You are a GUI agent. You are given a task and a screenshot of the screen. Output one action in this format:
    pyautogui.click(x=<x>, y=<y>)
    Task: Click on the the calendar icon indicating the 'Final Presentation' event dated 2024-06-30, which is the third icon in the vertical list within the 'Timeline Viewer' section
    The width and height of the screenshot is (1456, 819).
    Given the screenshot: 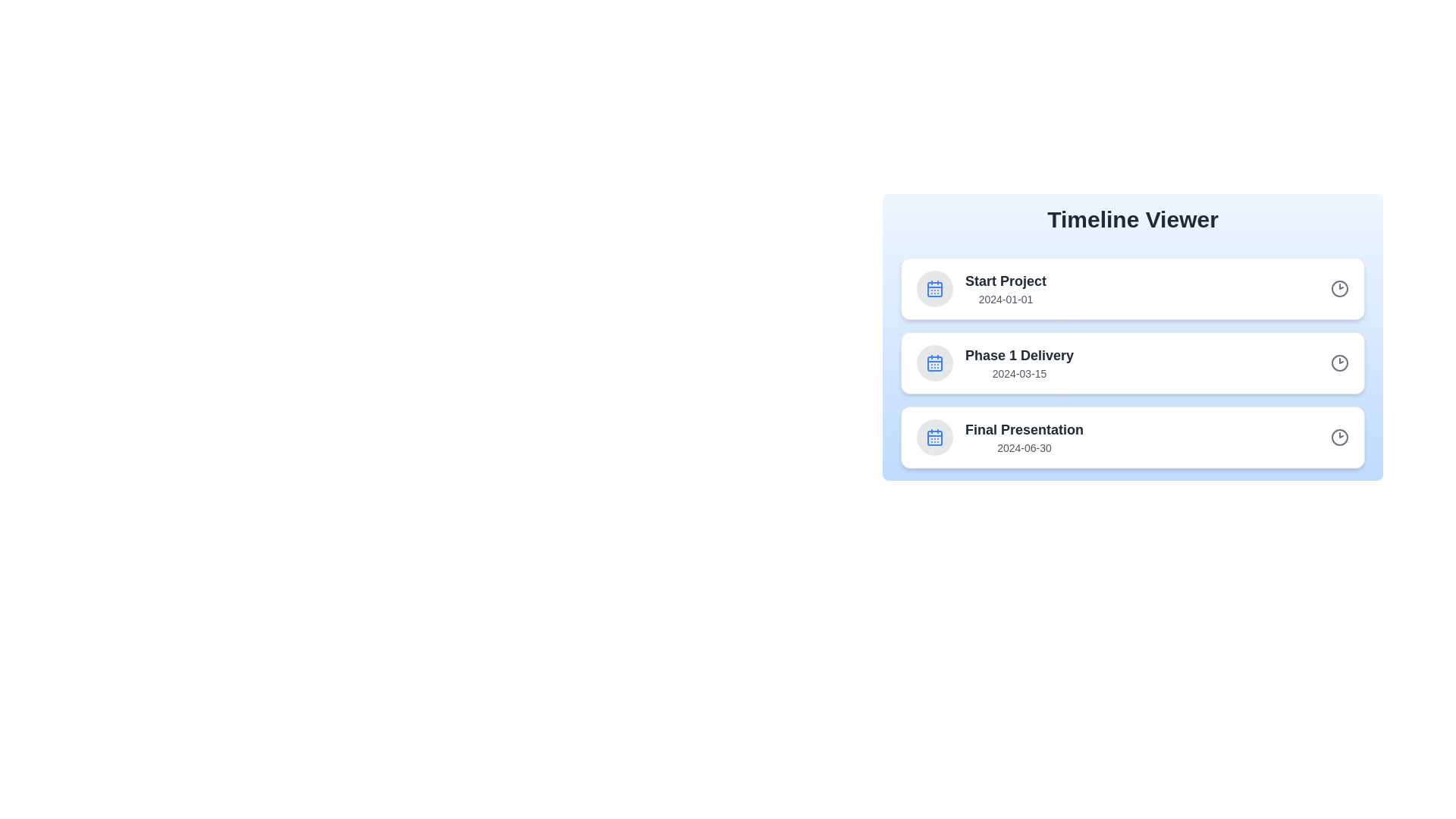 What is the action you would take?
    pyautogui.click(x=934, y=438)
    